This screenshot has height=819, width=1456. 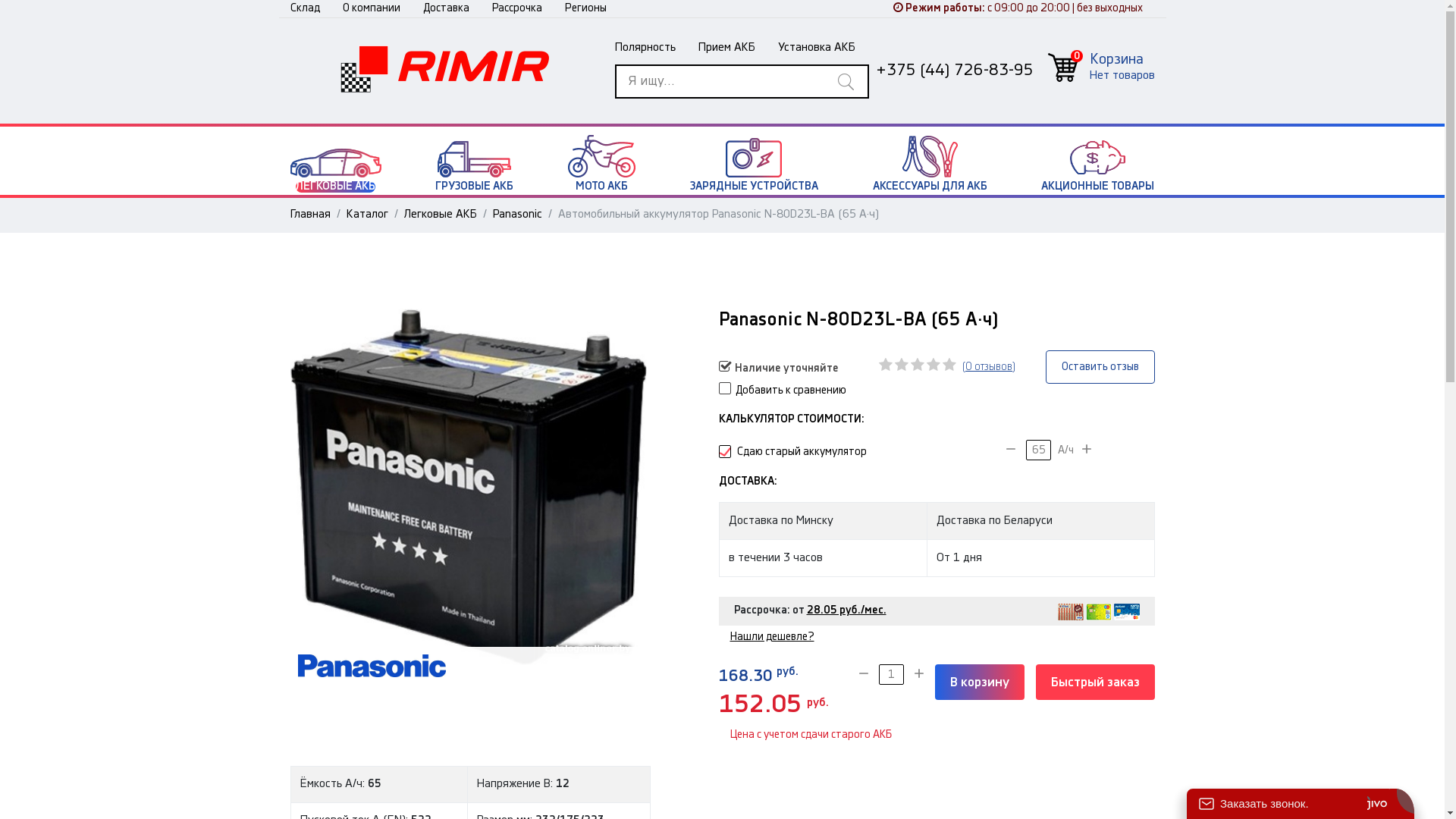 I want to click on '+375 (44) 726-83-95', so click(x=952, y=70).